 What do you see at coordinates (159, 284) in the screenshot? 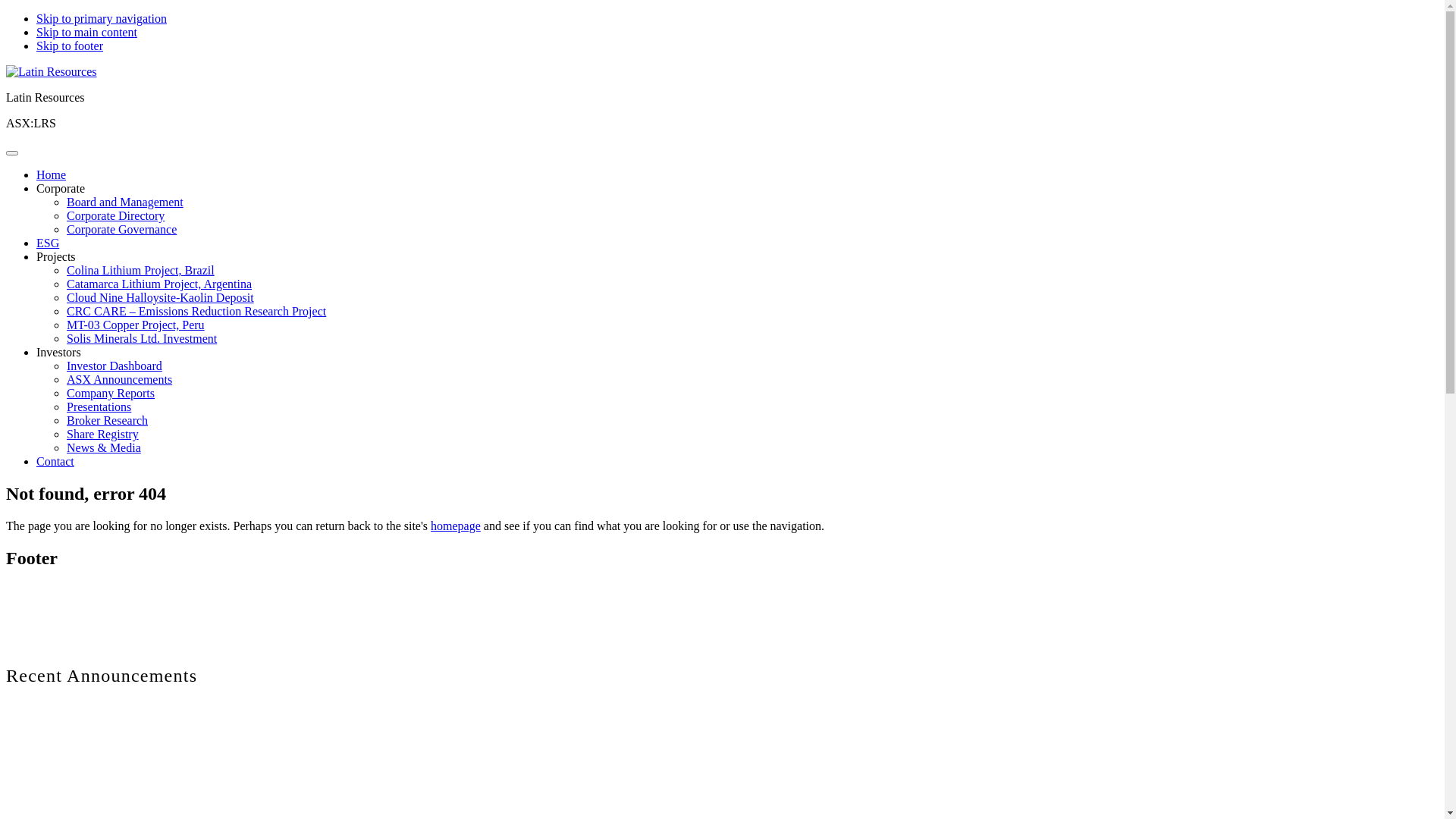
I see `'Catamarca Lithium Project, Argentina'` at bounding box center [159, 284].